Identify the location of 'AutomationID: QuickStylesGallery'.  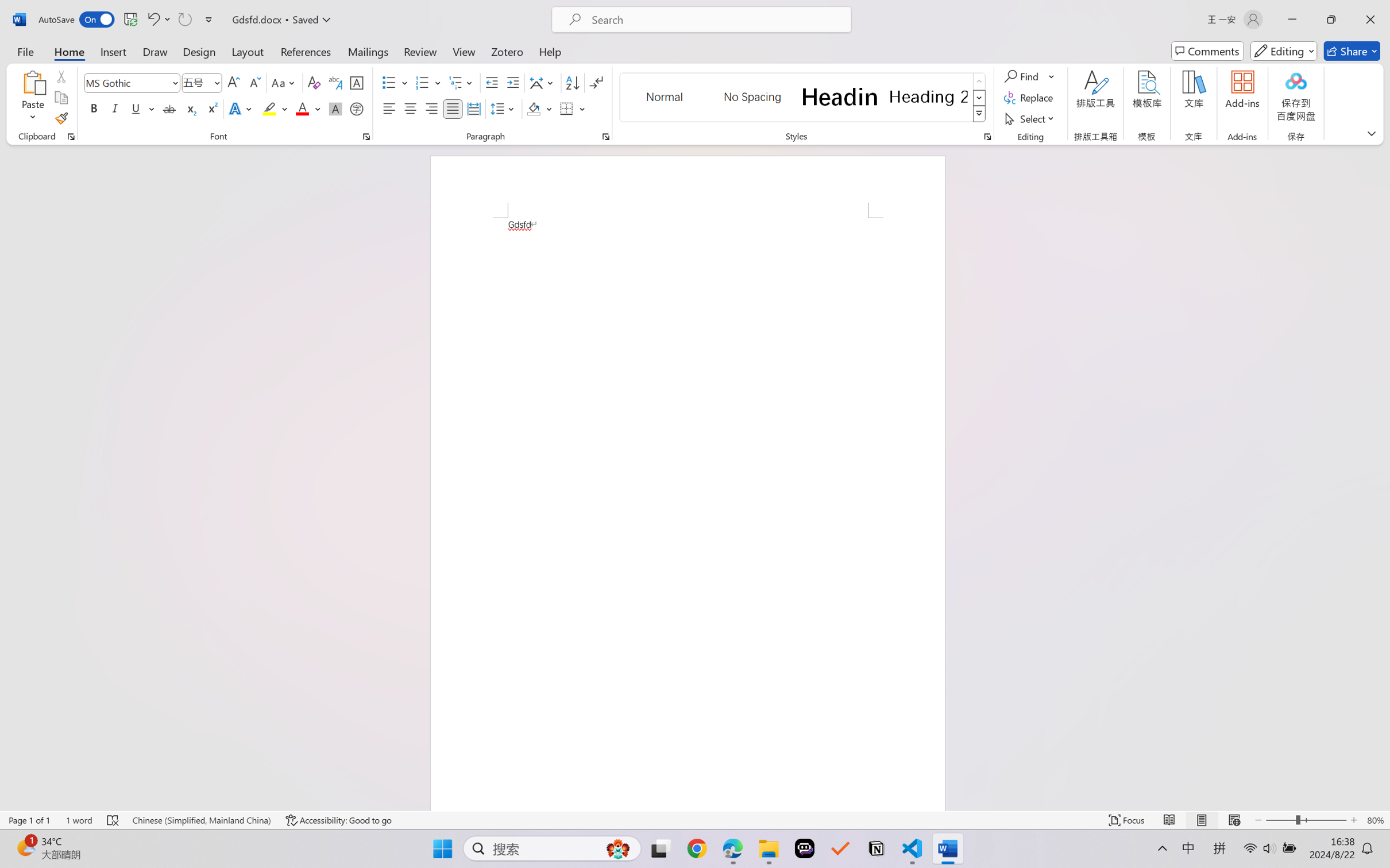
(802, 98).